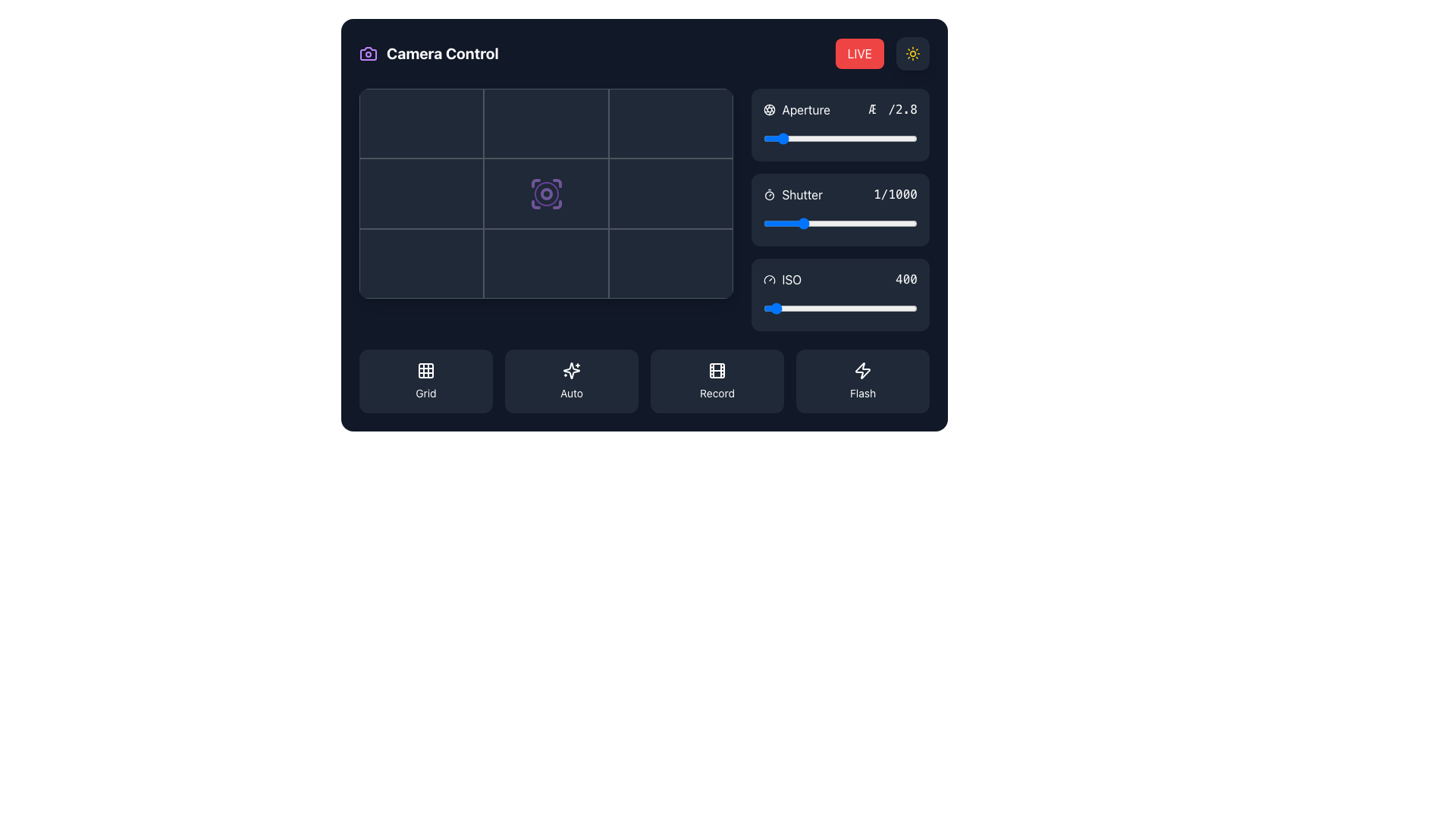  What do you see at coordinates (546, 193) in the screenshot?
I see `the pulsating animation of the focus indicator, which is positioned at the center of the grid and serves as the active targeting point` at bounding box center [546, 193].